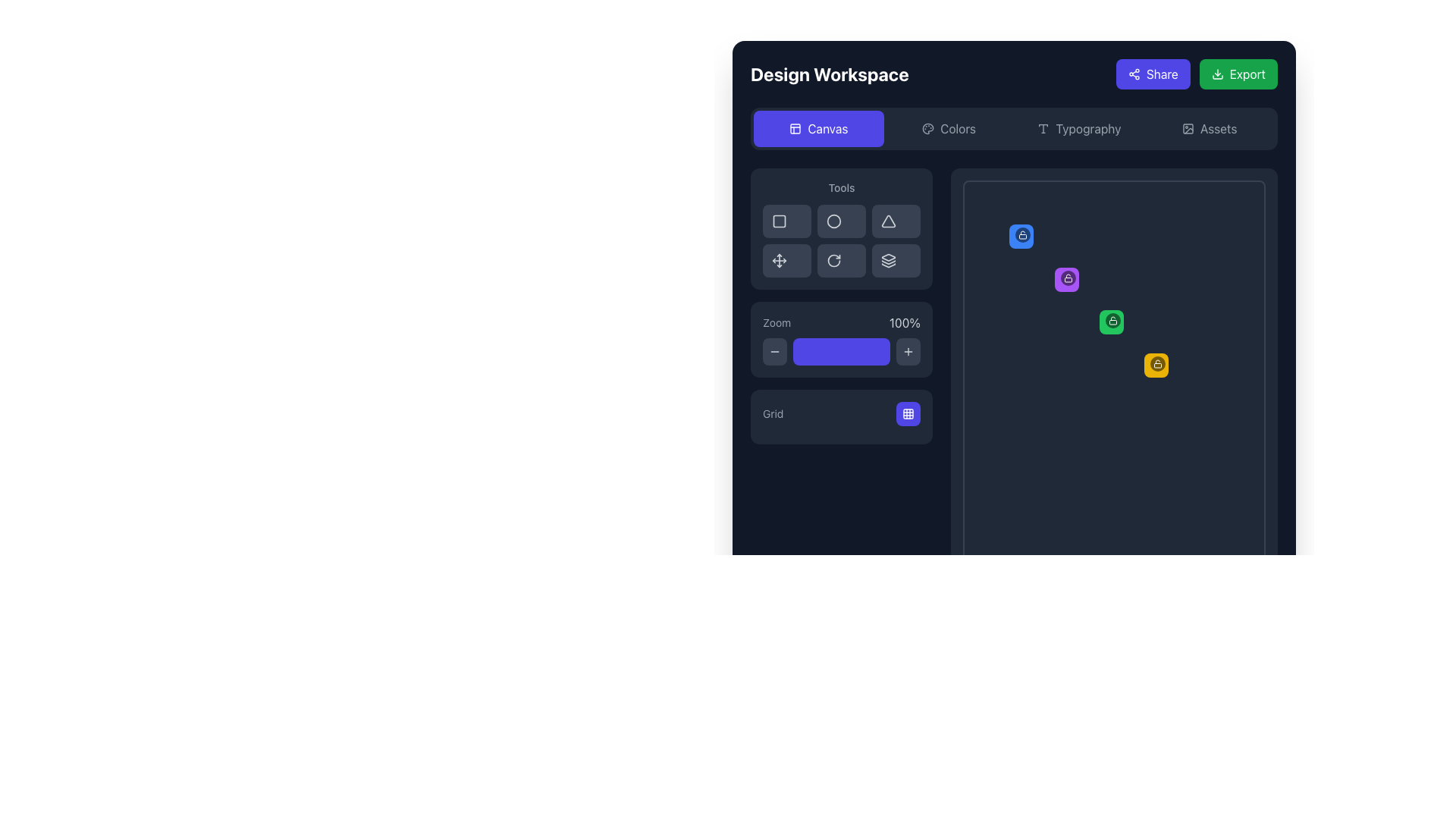  What do you see at coordinates (888, 259) in the screenshot?
I see `the sixth icon button in the Tools section of the left-side panel` at bounding box center [888, 259].